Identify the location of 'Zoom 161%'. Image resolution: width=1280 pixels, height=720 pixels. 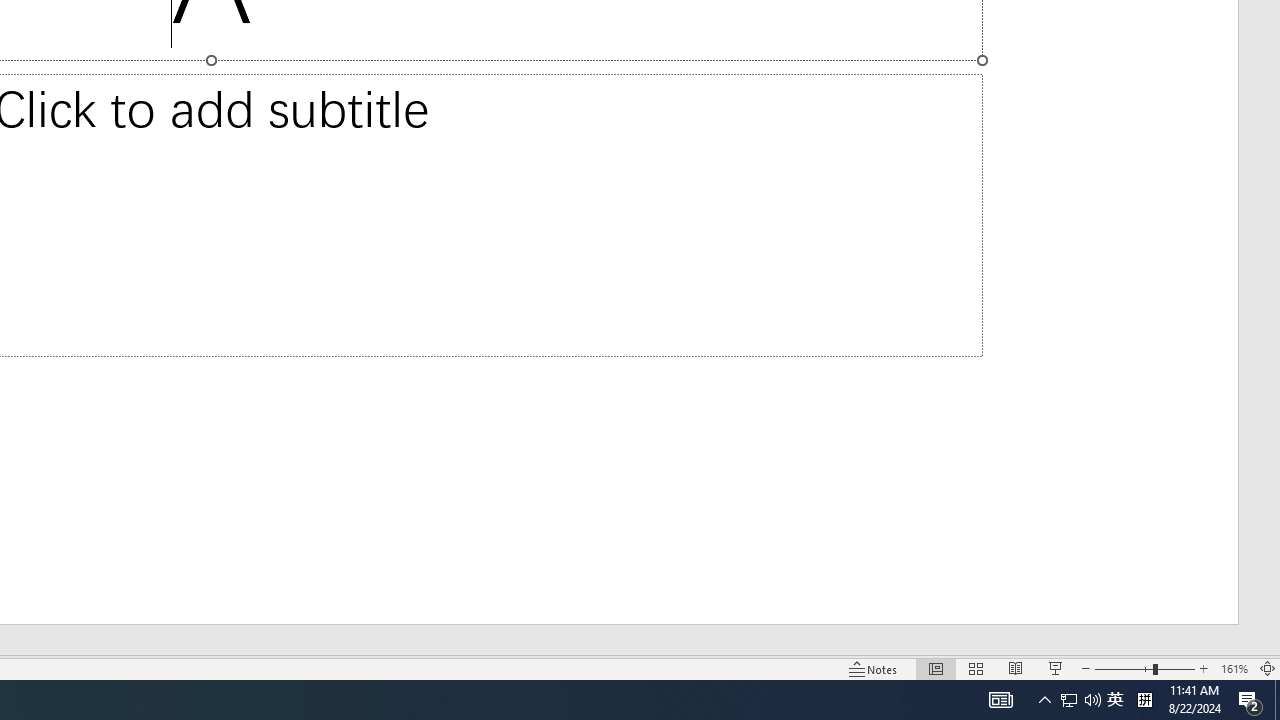
(1233, 669).